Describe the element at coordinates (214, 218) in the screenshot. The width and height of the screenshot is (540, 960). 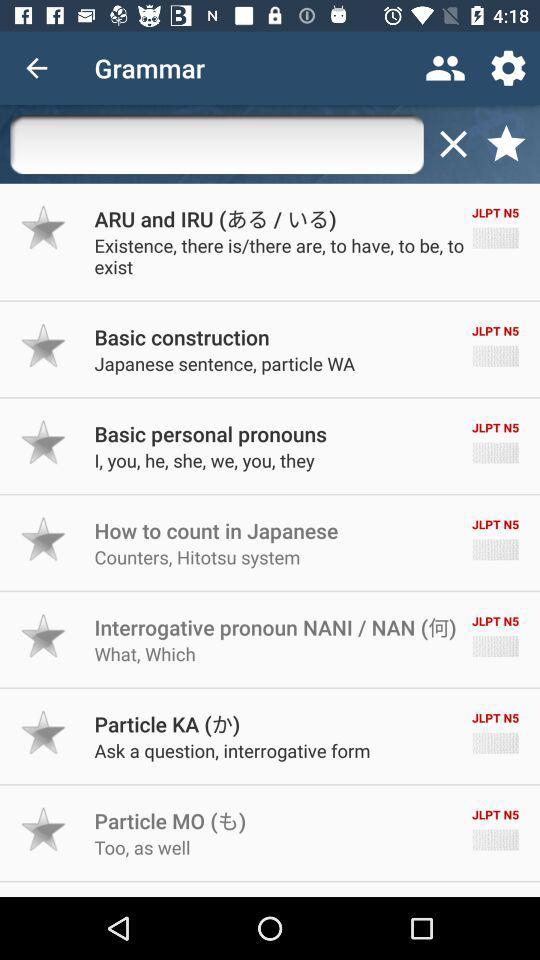
I see `icon above the existence there is icon` at that location.